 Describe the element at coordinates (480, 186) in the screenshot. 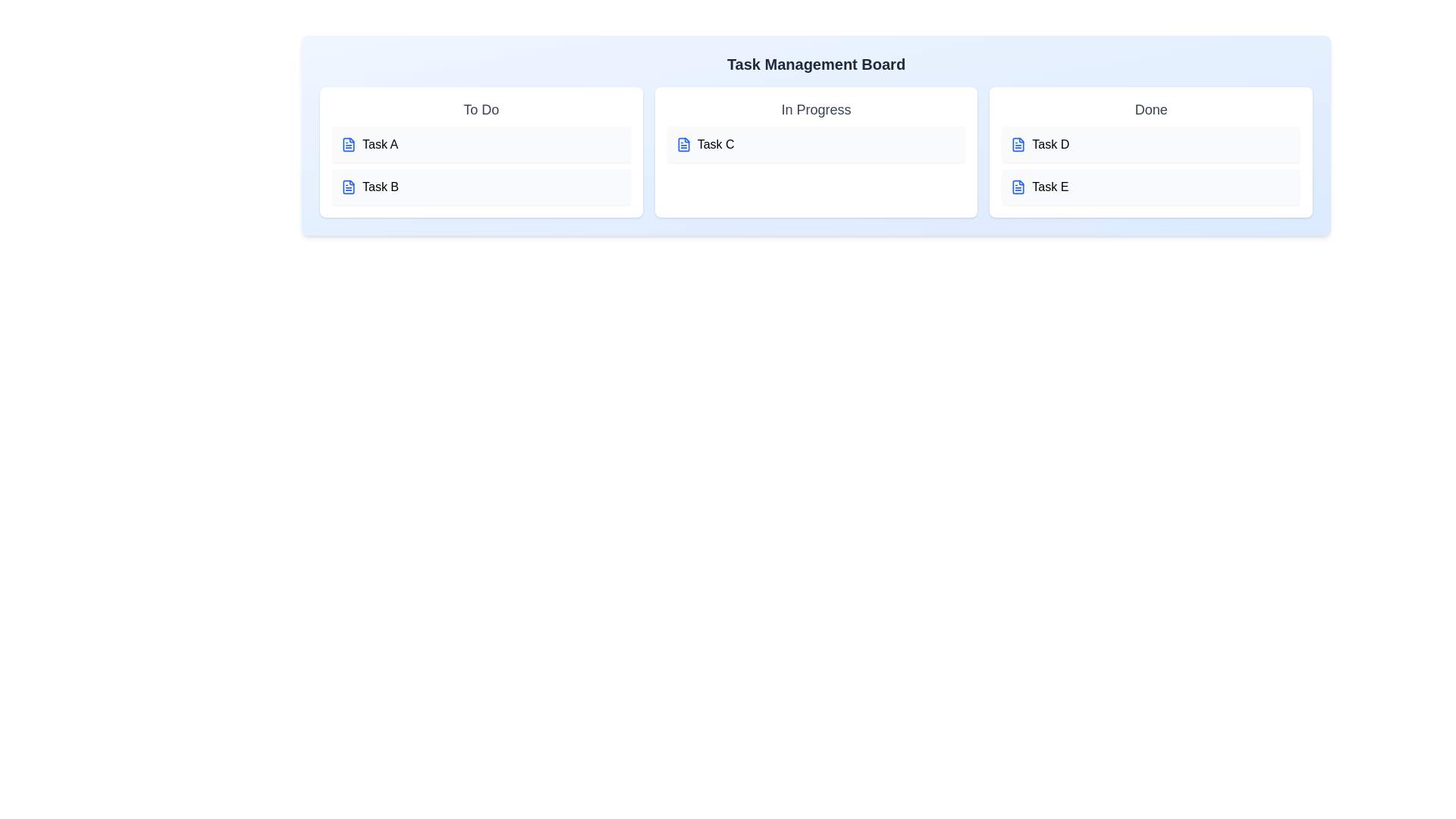

I see `the task Task B to edit its title` at that location.